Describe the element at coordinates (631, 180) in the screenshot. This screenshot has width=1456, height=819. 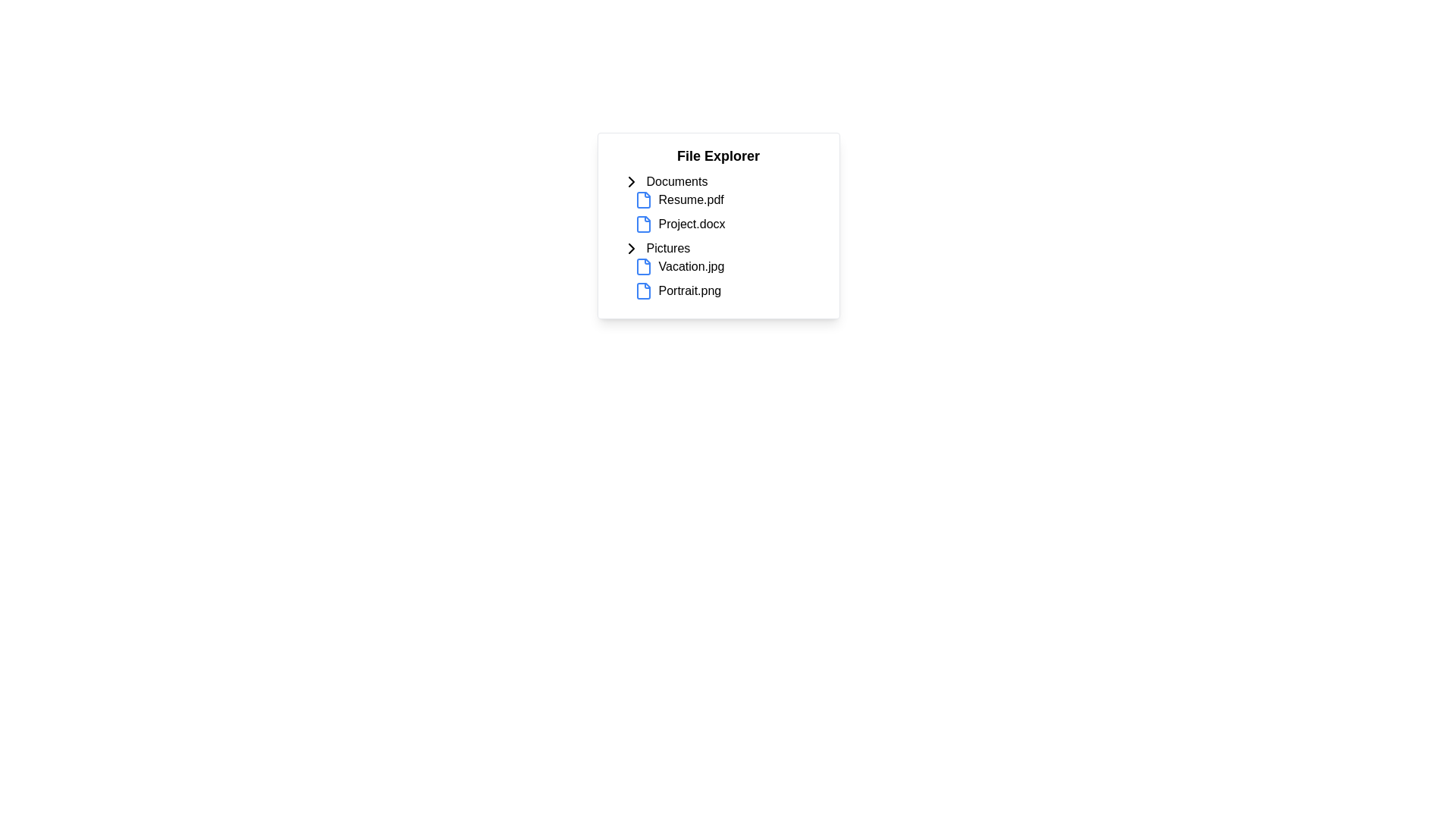
I see `the toggle button icon located to the left of the 'Documents' label in the file explorer widget` at that location.